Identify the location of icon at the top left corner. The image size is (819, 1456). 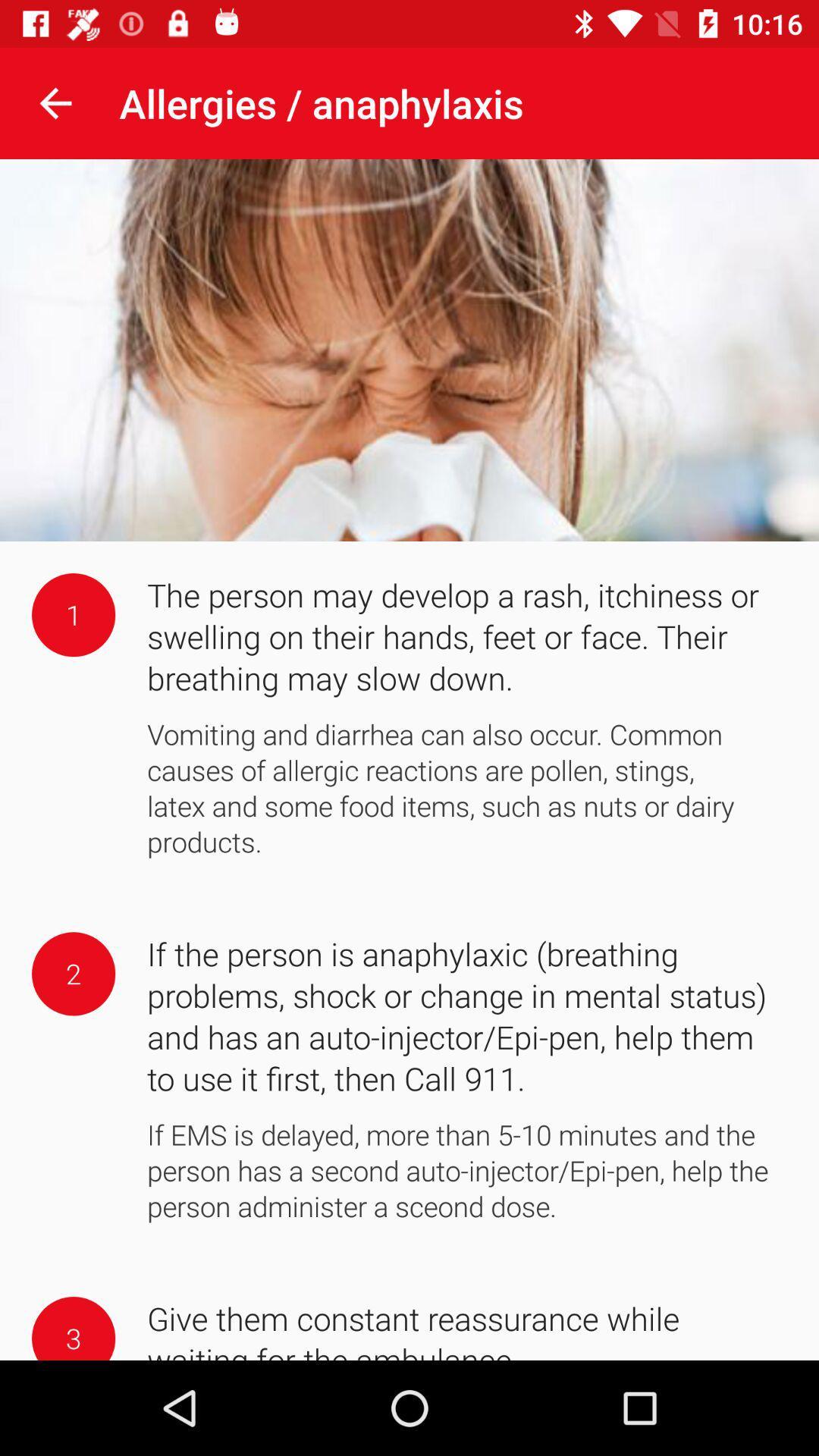
(55, 102).